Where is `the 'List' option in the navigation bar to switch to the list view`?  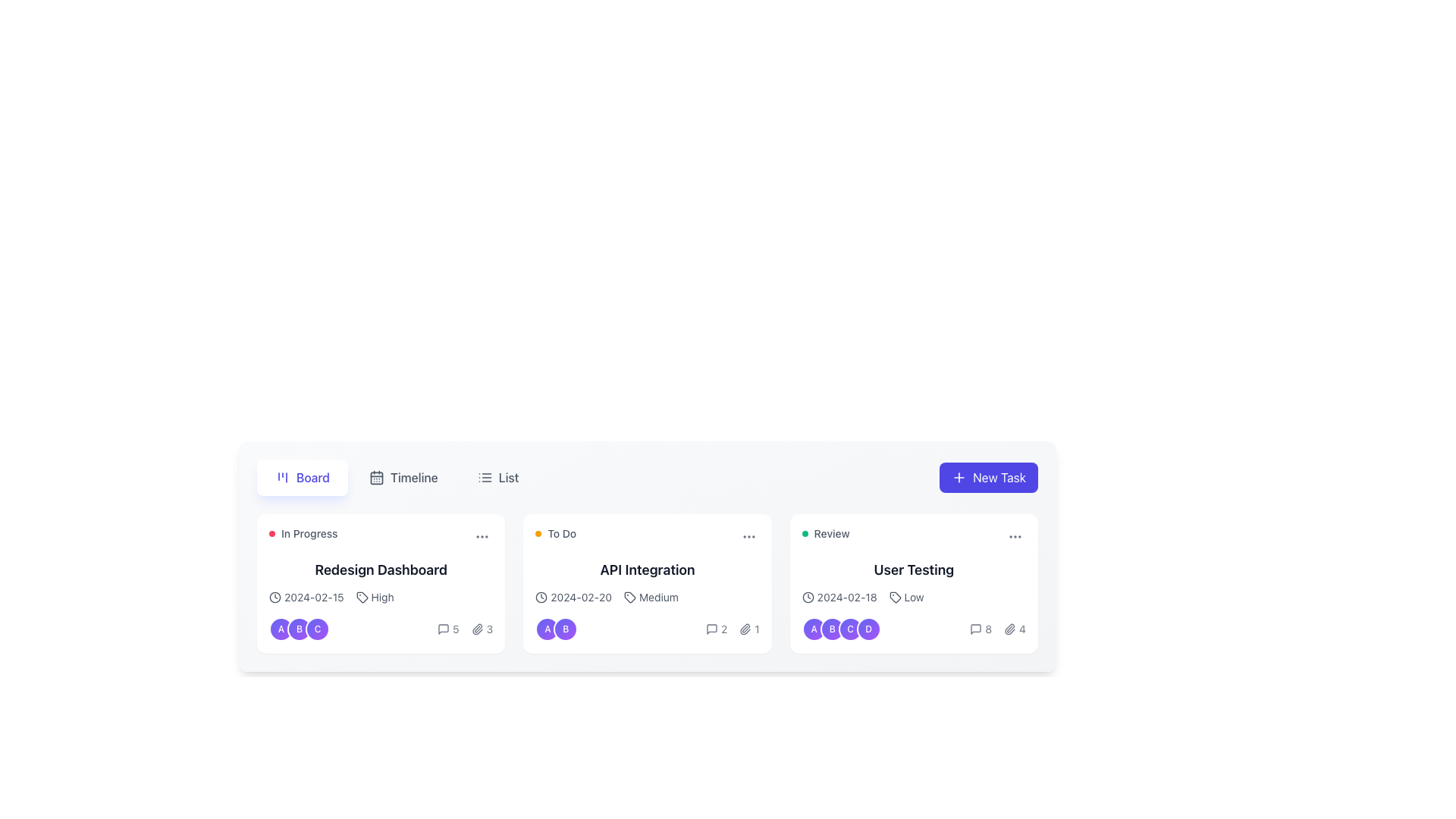 the 'List' option in the navigation bar to switch to the list view is located at coordinates (648, 476).